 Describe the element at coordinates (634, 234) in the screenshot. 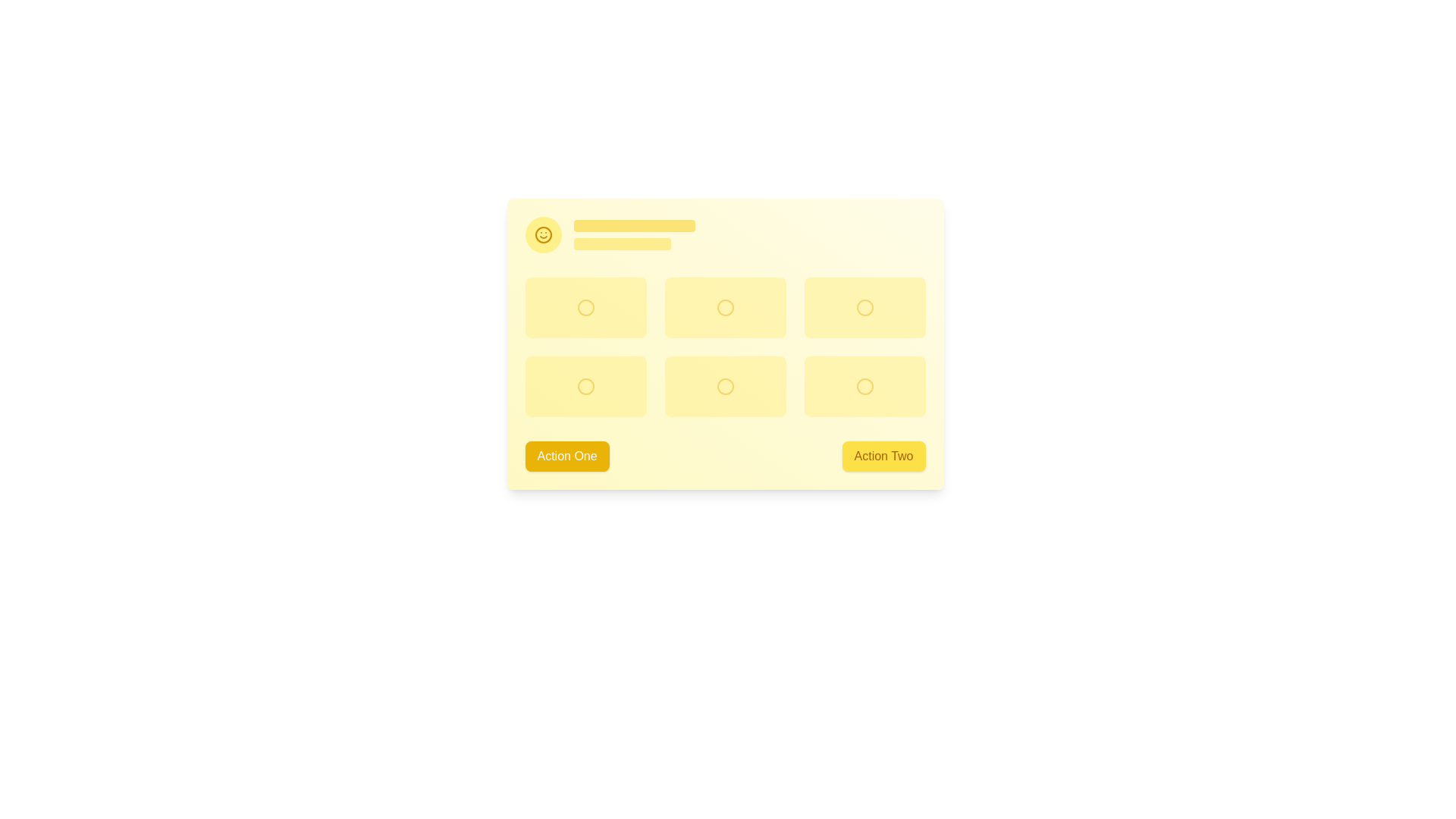

I see `the visual placeholder or skeleton loader located to the right of the circular yellow smiley face icon` at that location.